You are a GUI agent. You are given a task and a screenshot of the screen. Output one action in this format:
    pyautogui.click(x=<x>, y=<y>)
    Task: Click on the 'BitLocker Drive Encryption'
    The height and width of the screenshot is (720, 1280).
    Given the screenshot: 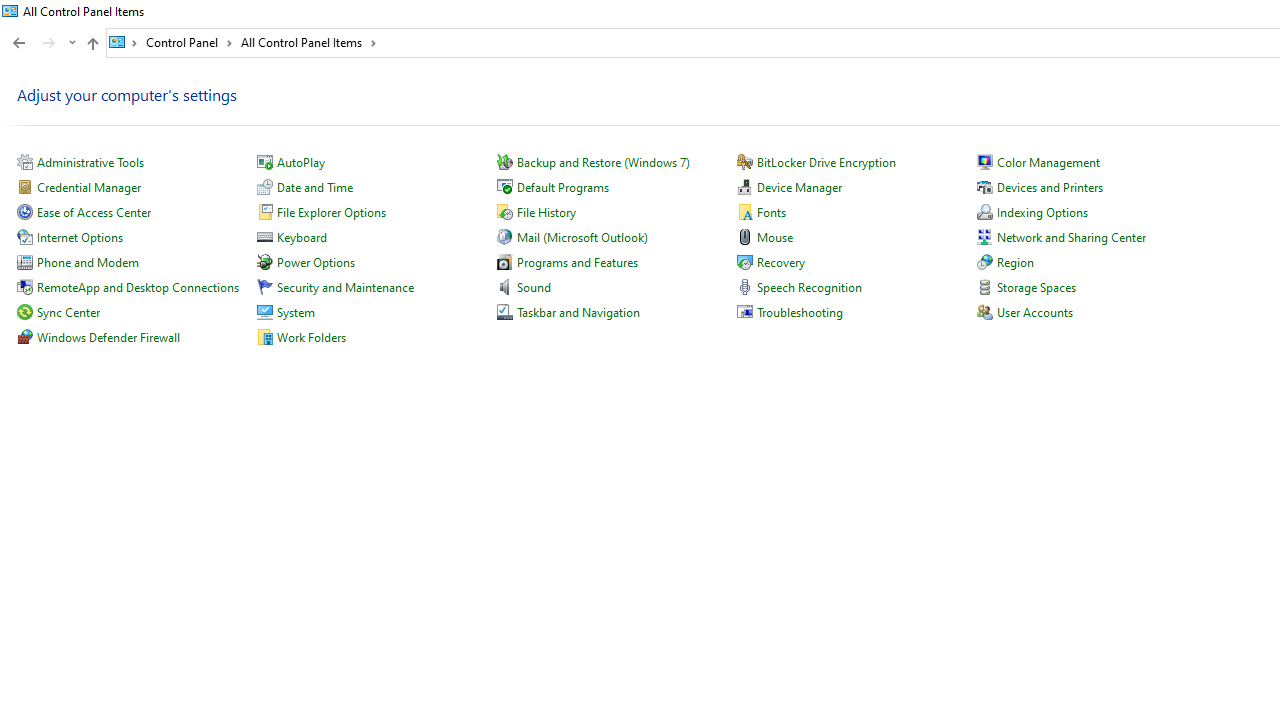 What is the action you would take?
    pyautogui.click(x=826, y=161)
    